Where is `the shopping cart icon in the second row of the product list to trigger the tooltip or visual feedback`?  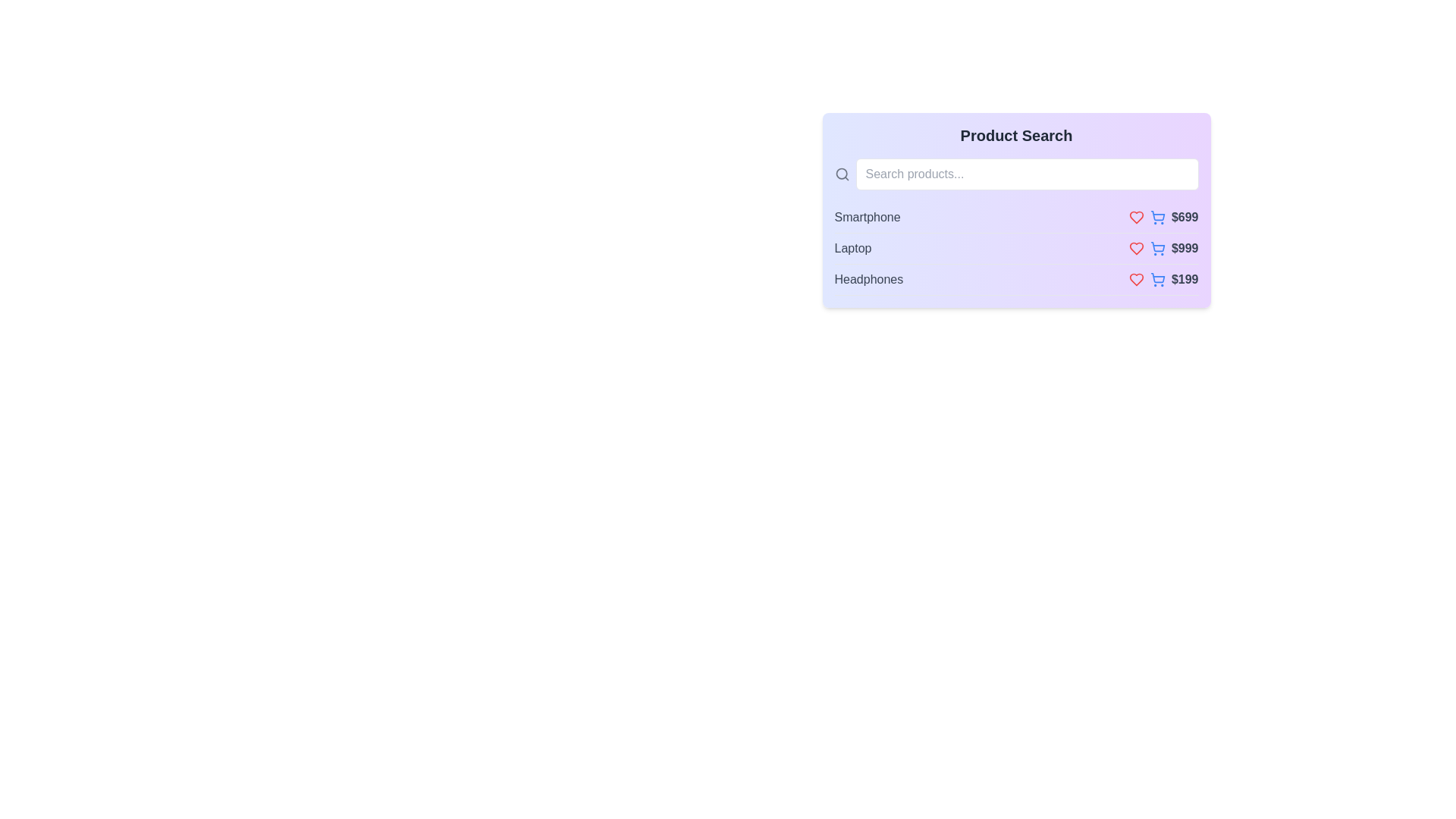
the shopping cart icon in the second row of the product list to trigger the tooltip or visual feedback is located at coordinates (1156, 247).